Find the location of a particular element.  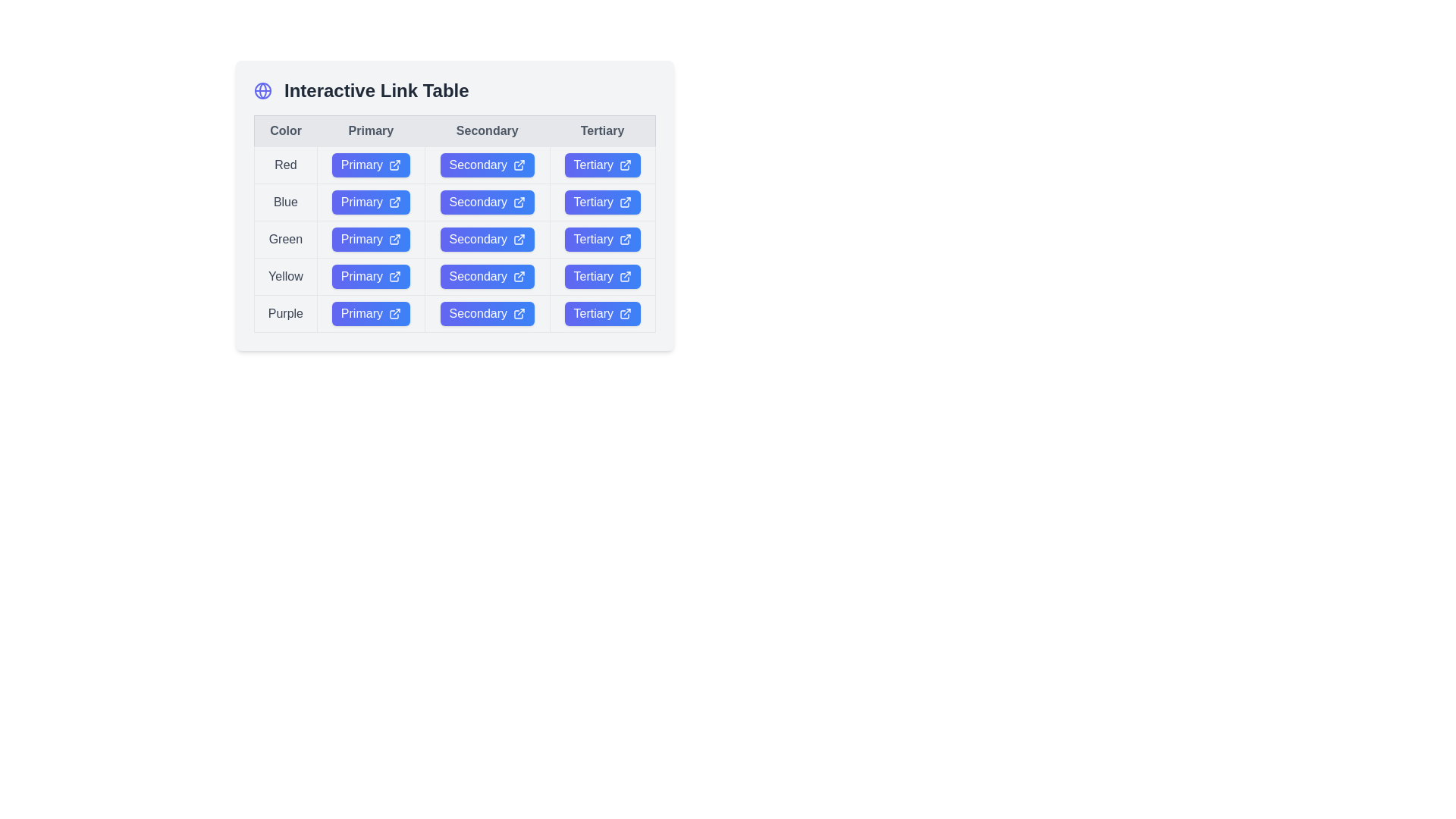

the external link icon located within the 'Primary' button in the Yellow row under the 'Primary' column in the table is located at coordinates (394, 277).